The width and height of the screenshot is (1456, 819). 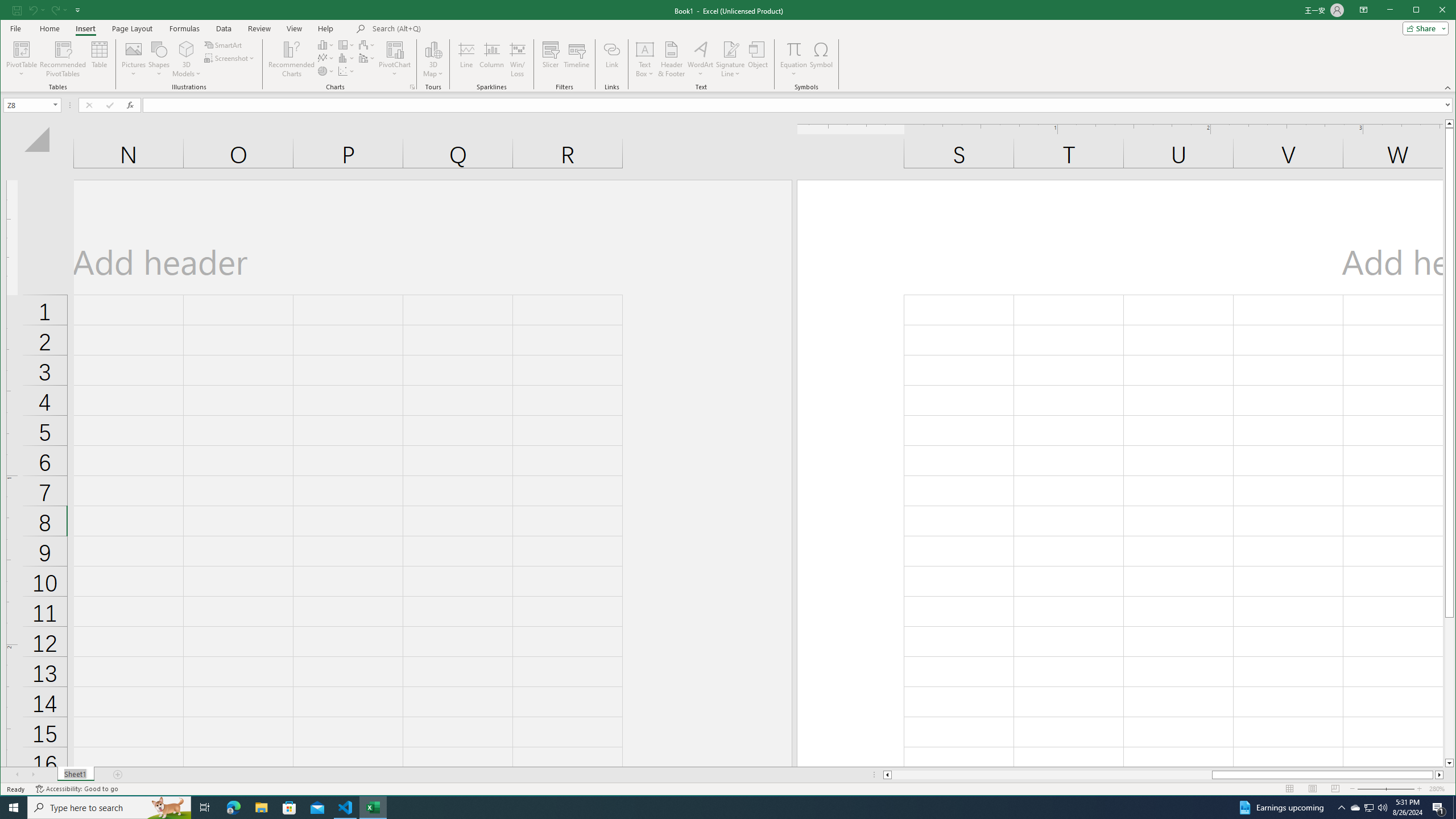 What do you see at coordinates (433, 59) in the screenshot?
I see `'3D Map'` at bounding box center [433, 59].